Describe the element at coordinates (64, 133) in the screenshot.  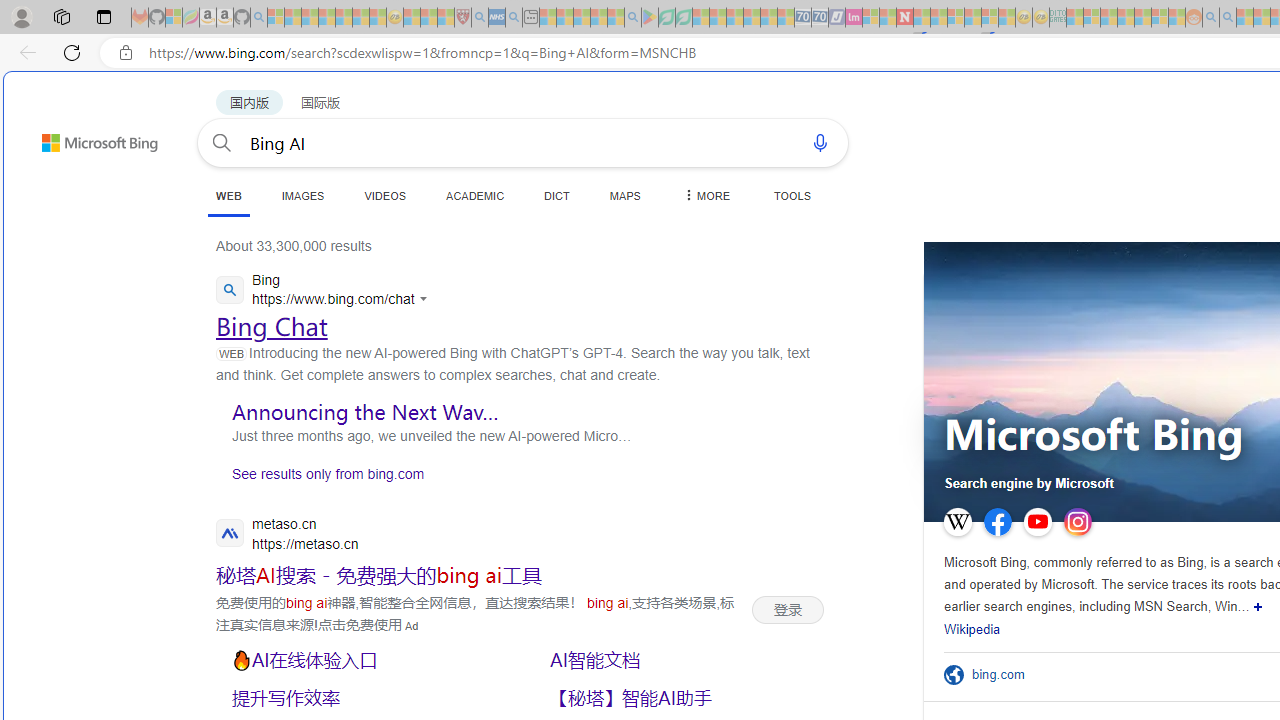
I see `'Skip to content'` at that location.